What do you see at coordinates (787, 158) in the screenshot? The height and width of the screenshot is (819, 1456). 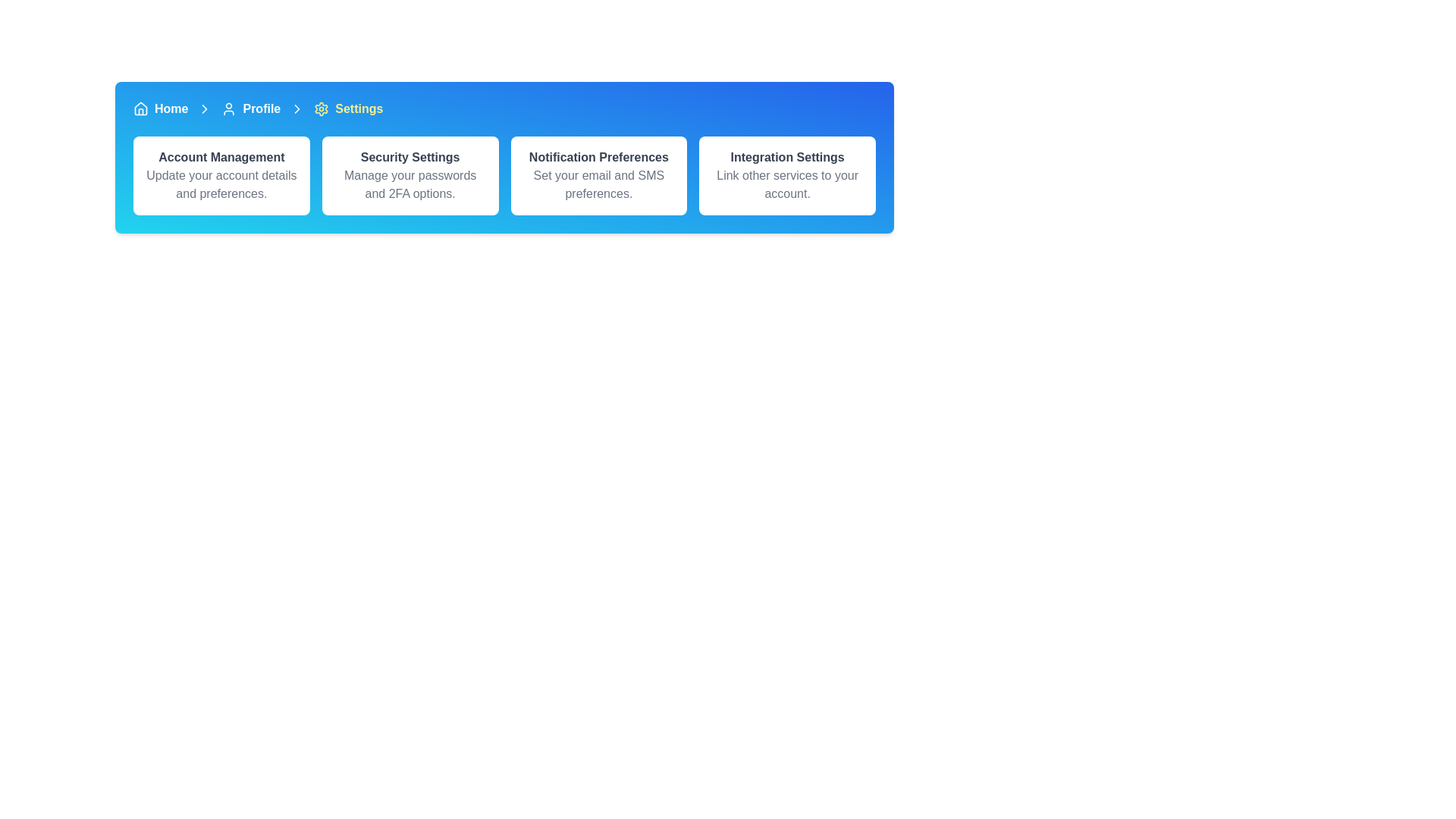 I see `the 'Integration Settings' text label, which is the top text in the rightmost box of a grid containing four boxes` at bounding box center [787, 158].